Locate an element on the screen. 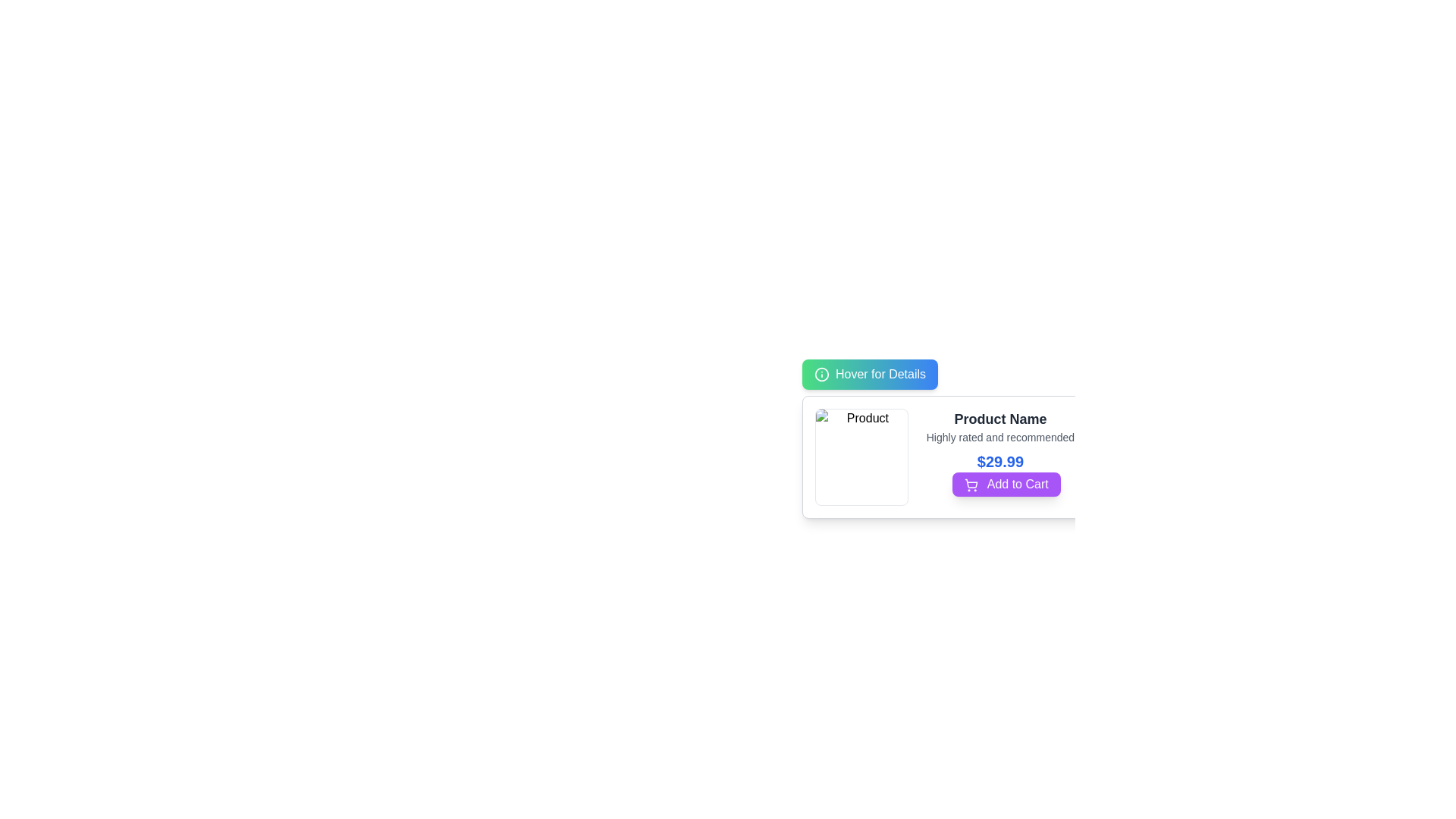 This screenshot has width=1456, height=819. the button located at the lower portion of the product card, adjacent to the price text ('$29.99') is located at coordinates (1006, 485).